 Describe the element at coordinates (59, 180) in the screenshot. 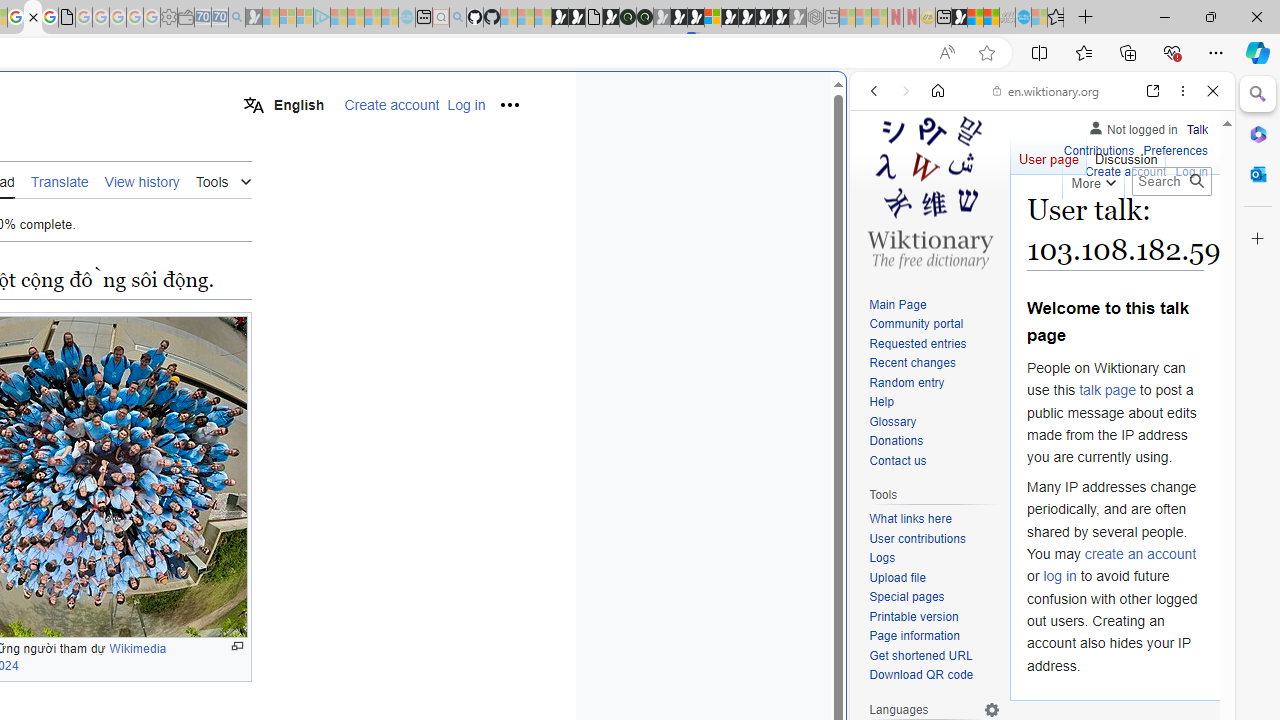

I see `'Translate'` at that location.